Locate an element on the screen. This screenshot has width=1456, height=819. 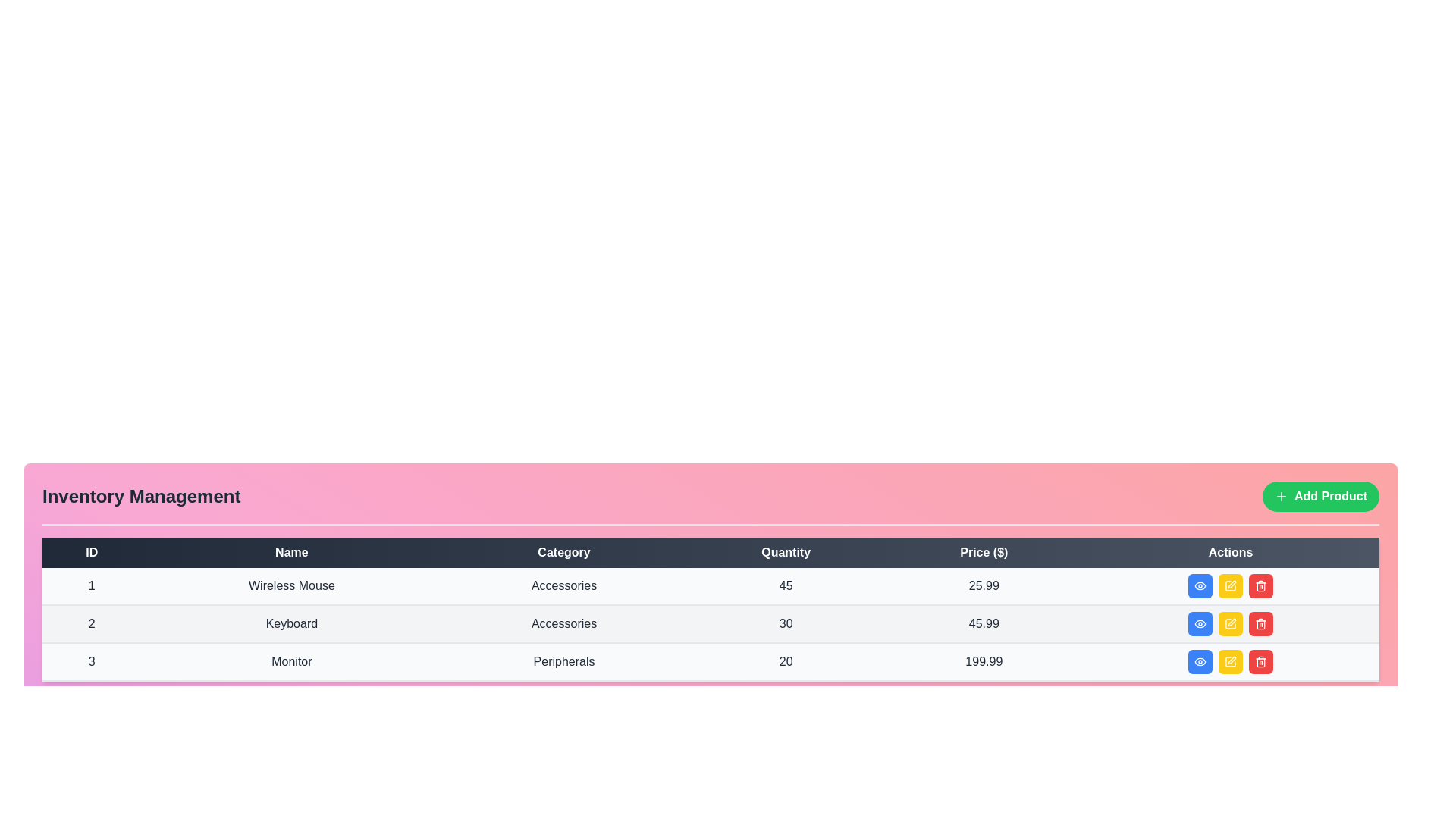
the edit icon represented by a pencil overlapping a square, located in the 'Actions' column of the table in the third row for the 'Monitor' entry is located at coordinates (1232, 623).